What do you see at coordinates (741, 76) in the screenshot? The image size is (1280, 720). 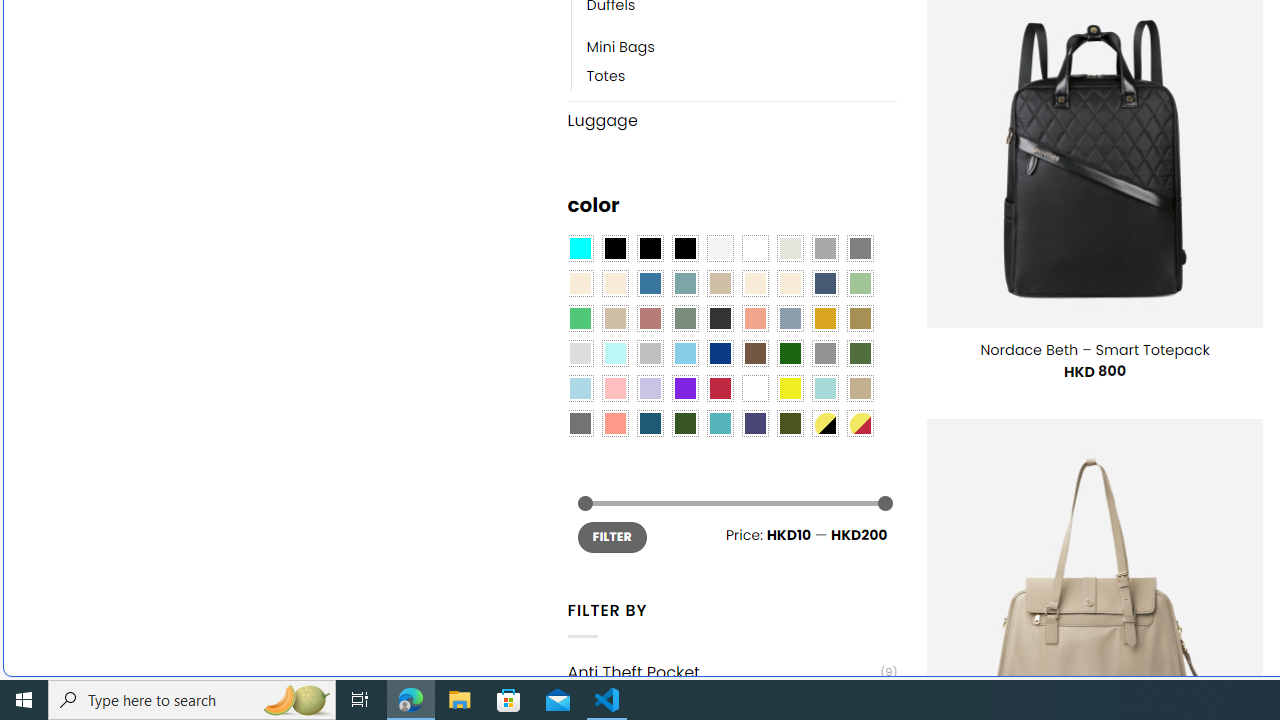 I see `'Totes'` at bounding box center [741, 76].